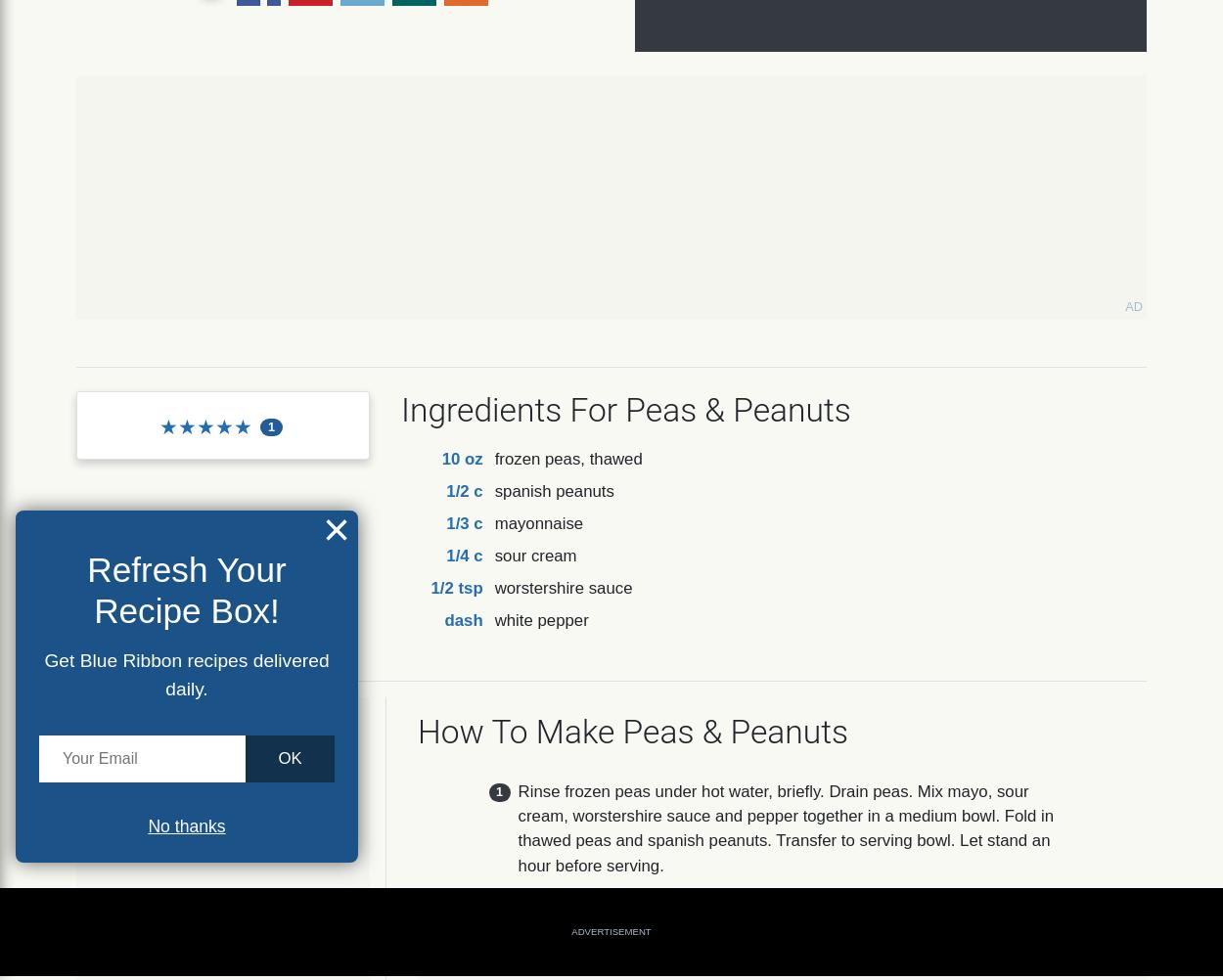 Image resolution: width=1223 pixels, height=980 pixels. I want to click on 'Refresh Your Recipe Box!', so click(185, 588).